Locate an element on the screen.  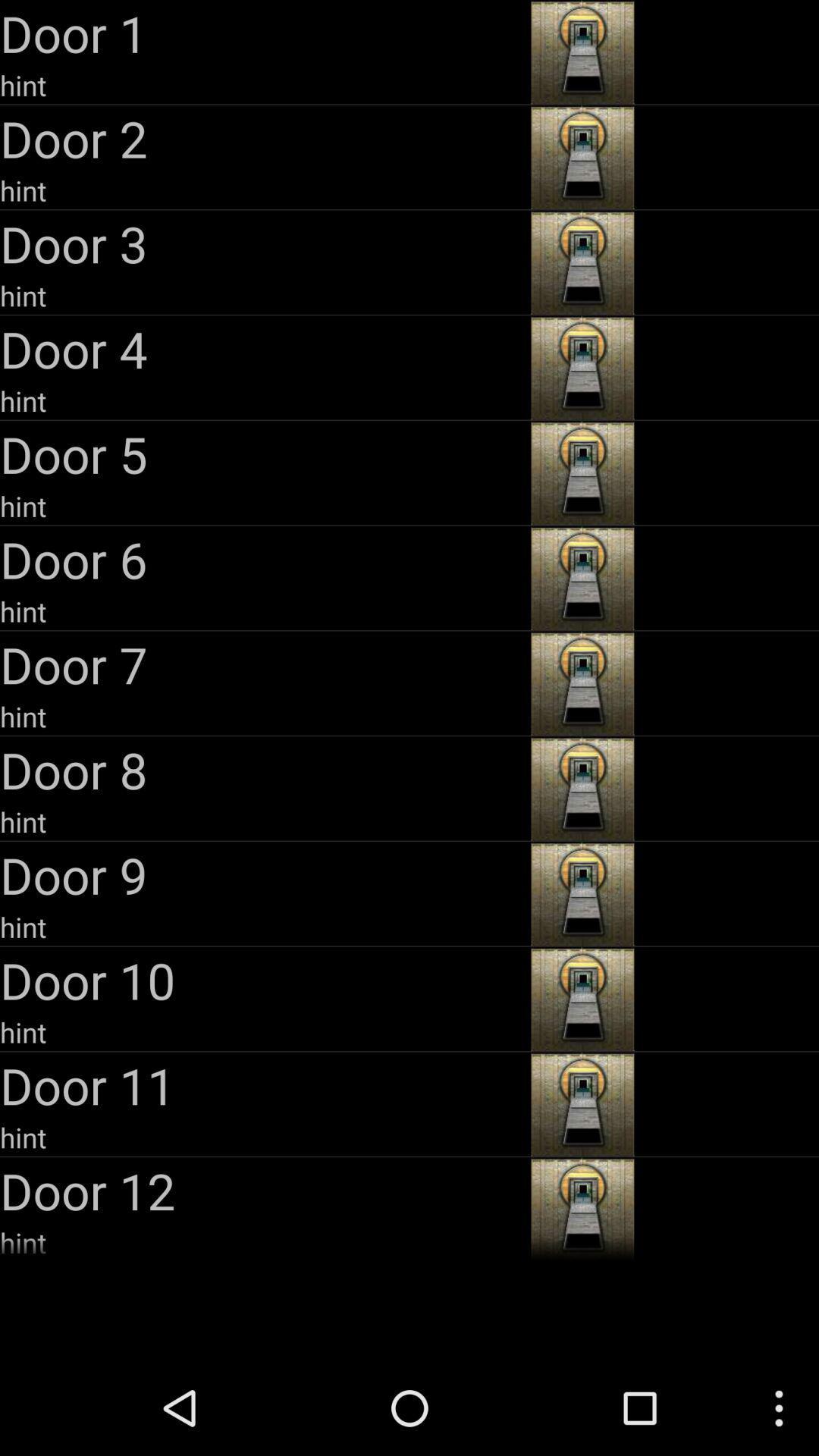
the item above the hint is located at coordinates (262, 348).